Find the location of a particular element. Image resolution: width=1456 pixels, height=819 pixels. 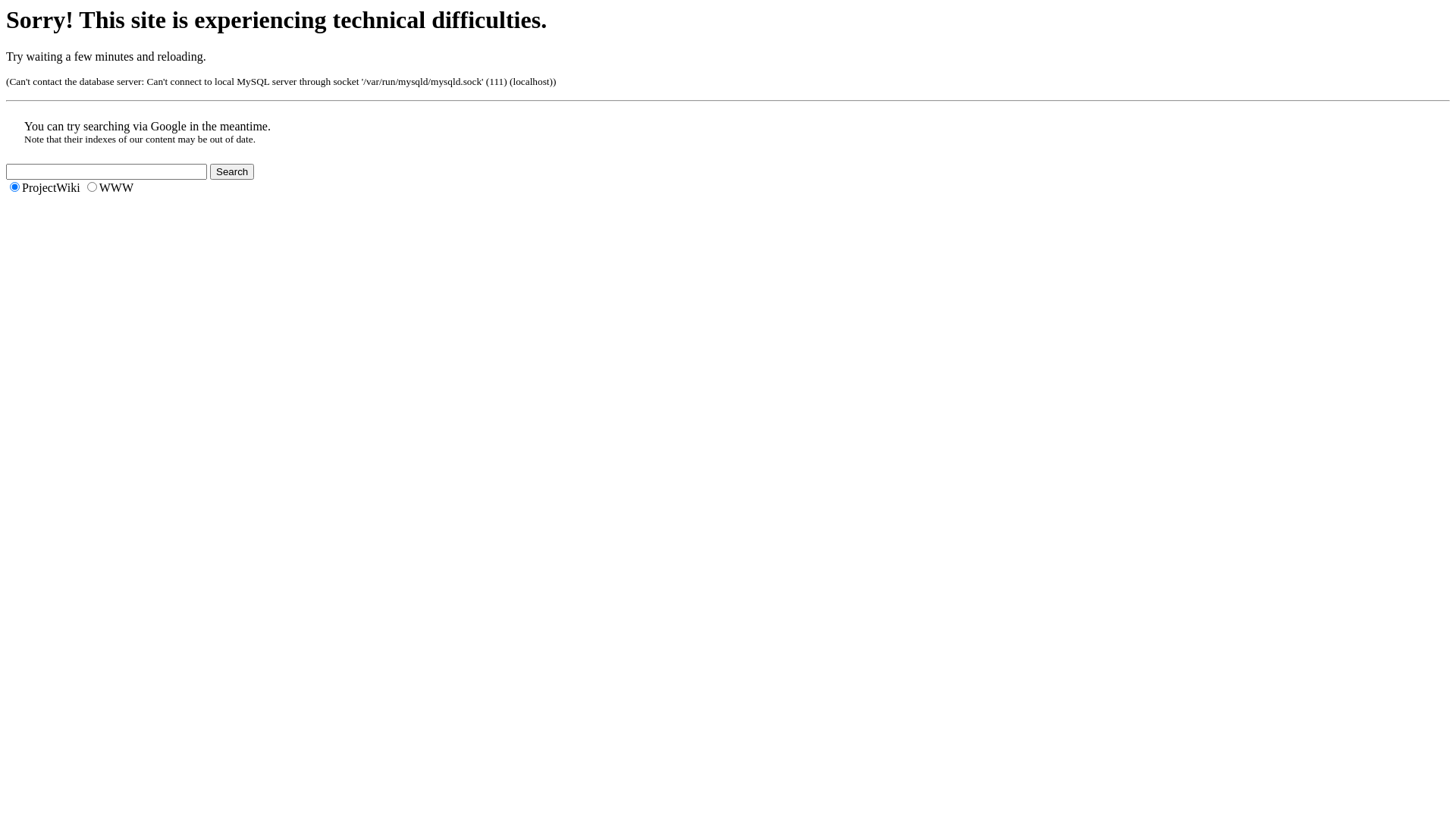

'Search' is located at coordinates (231, 171).